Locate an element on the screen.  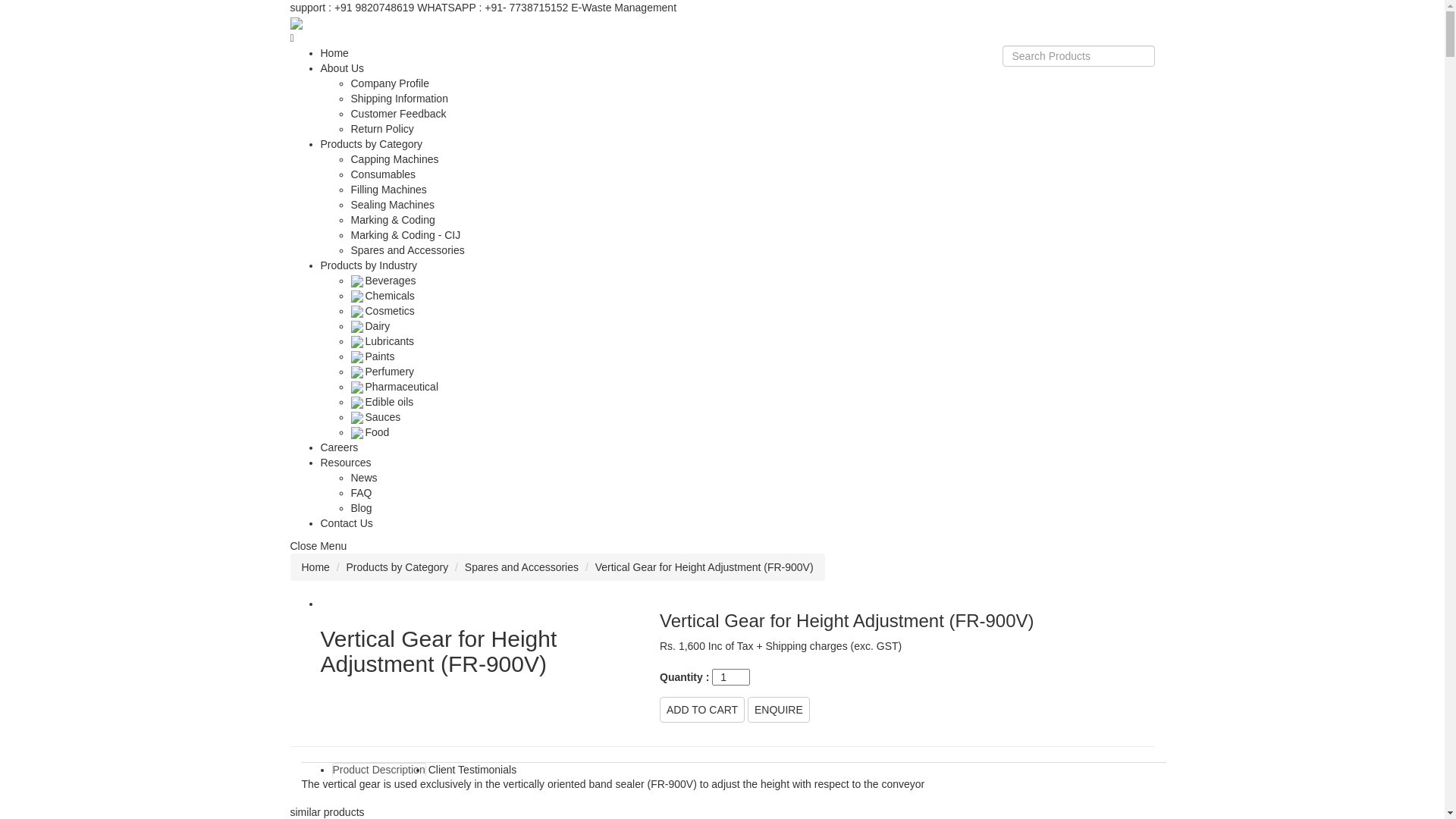
'Customer Feedback' is located at coordinates (397, 113).